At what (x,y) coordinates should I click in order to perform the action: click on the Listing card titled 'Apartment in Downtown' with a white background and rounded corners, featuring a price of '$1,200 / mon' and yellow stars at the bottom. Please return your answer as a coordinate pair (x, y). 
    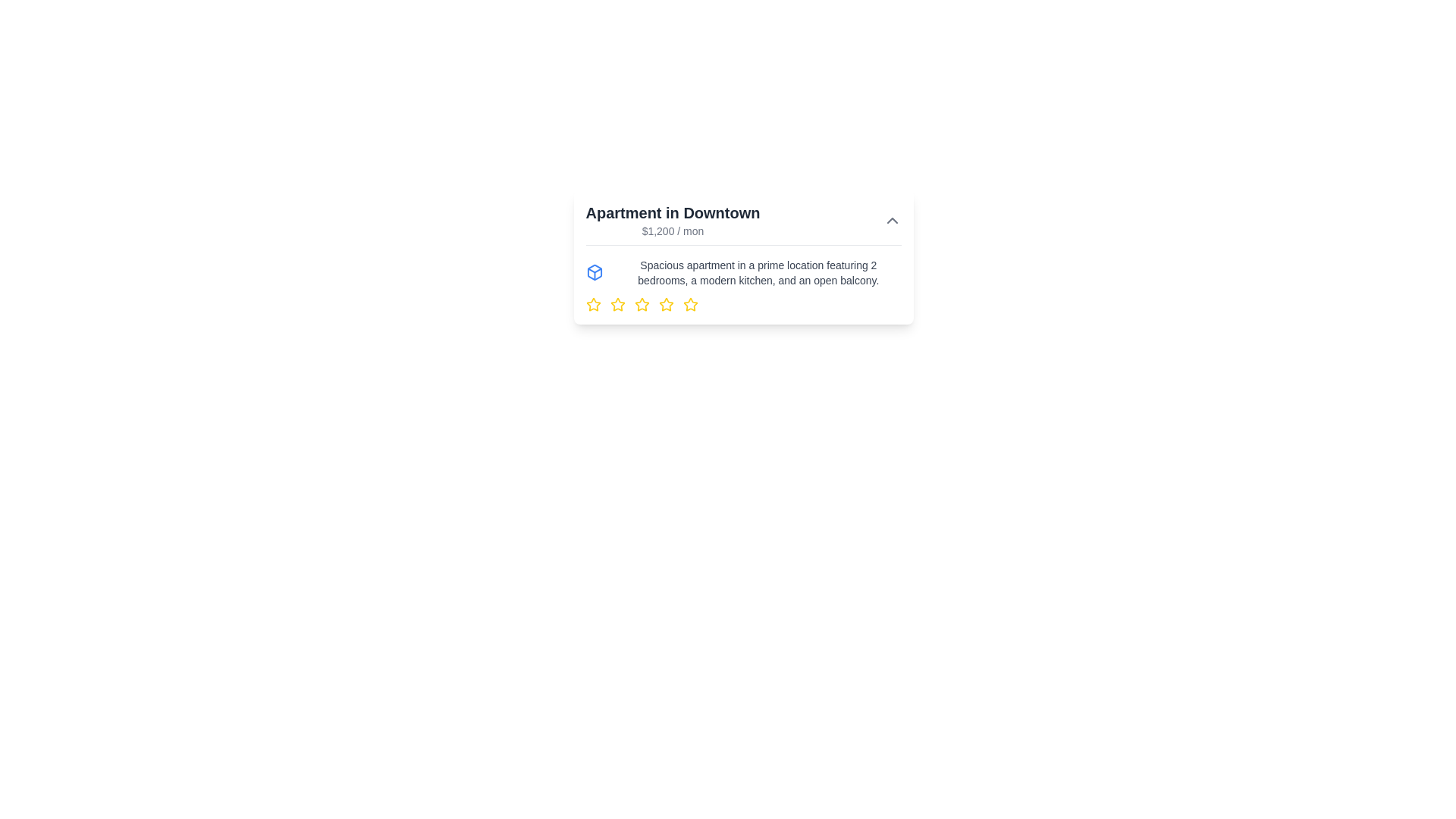
    Looking at the image, I should click on (743, 256).